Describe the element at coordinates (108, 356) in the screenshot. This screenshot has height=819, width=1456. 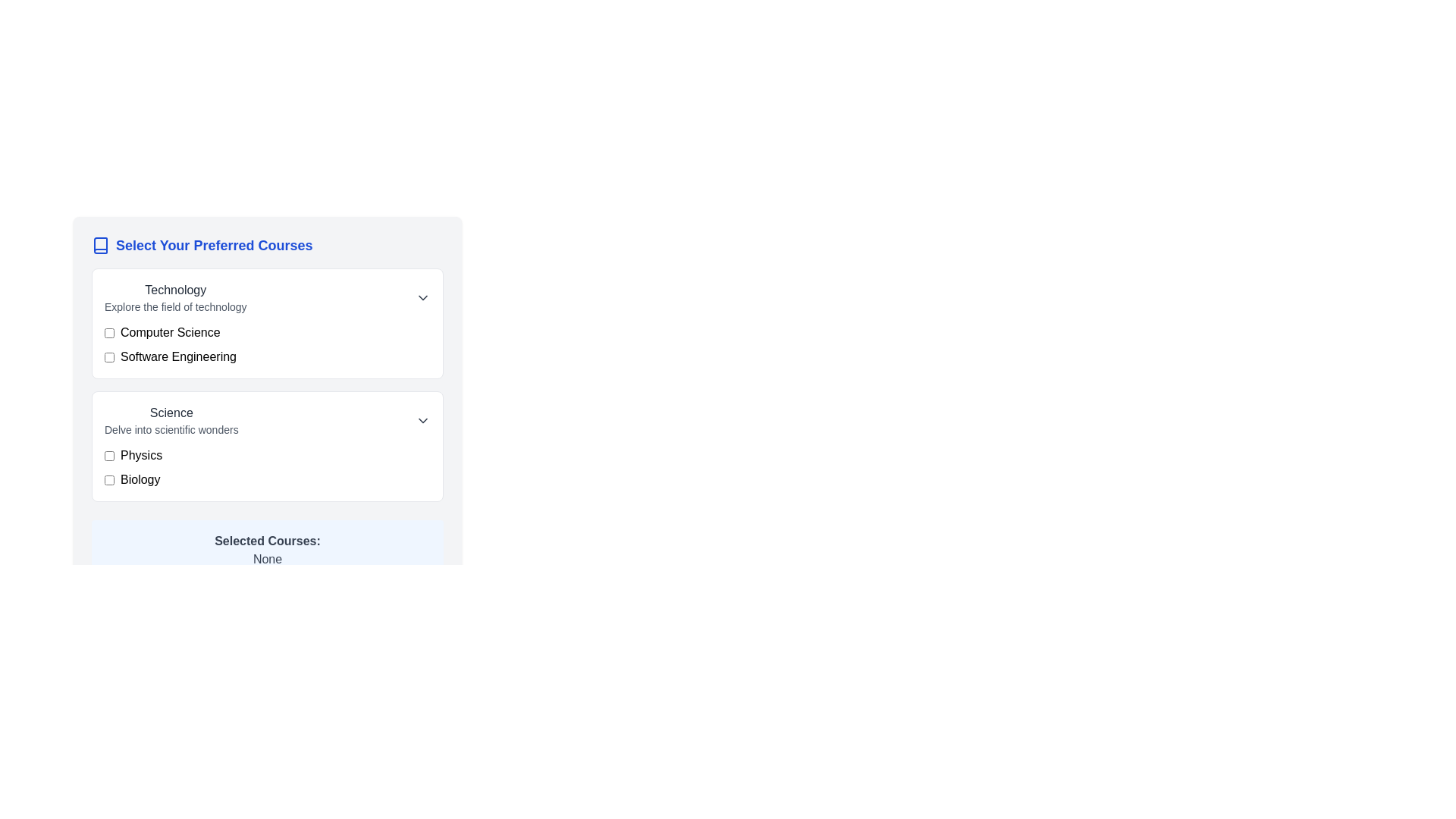
I see `the interactive checkbox next to the label 'Software Engineering'` at that location.